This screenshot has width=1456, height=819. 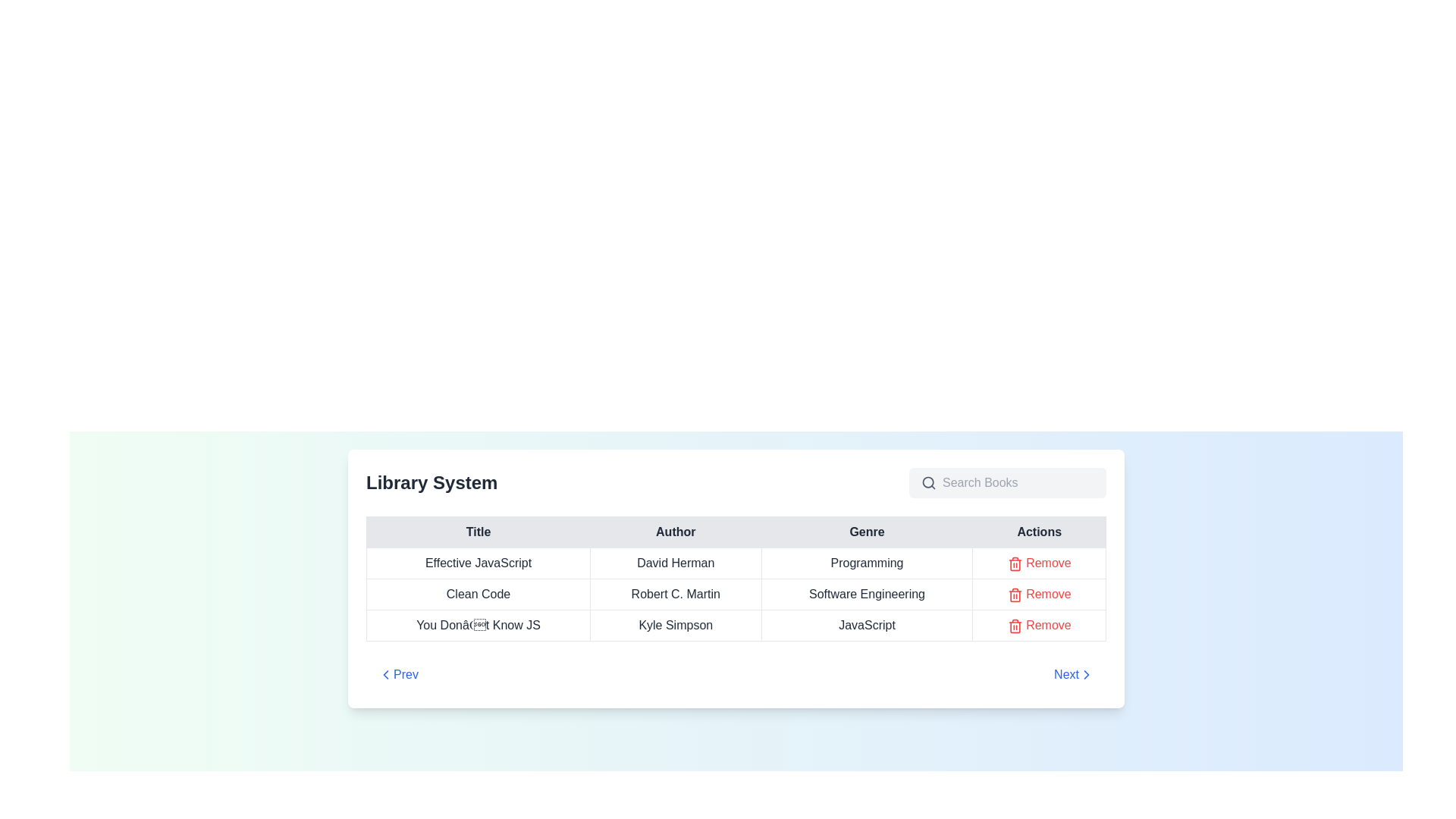 I want to click on the trash icon SVG element, which is styled with rounded stroke lines and a red color scheme, located adjacent to the 'Remove' label in the last row of the table under the 'Actions' column, so click(x=1015, y=565).